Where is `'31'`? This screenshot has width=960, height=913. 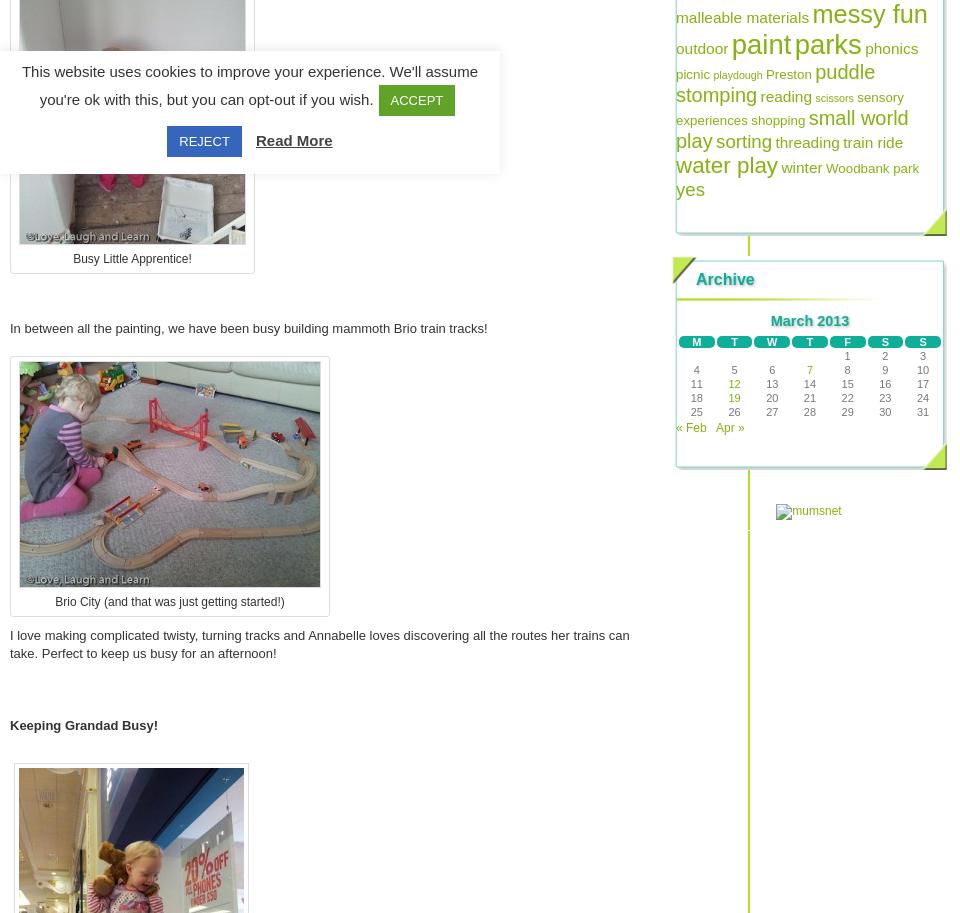
'31' is located at coordinates (922, 411).